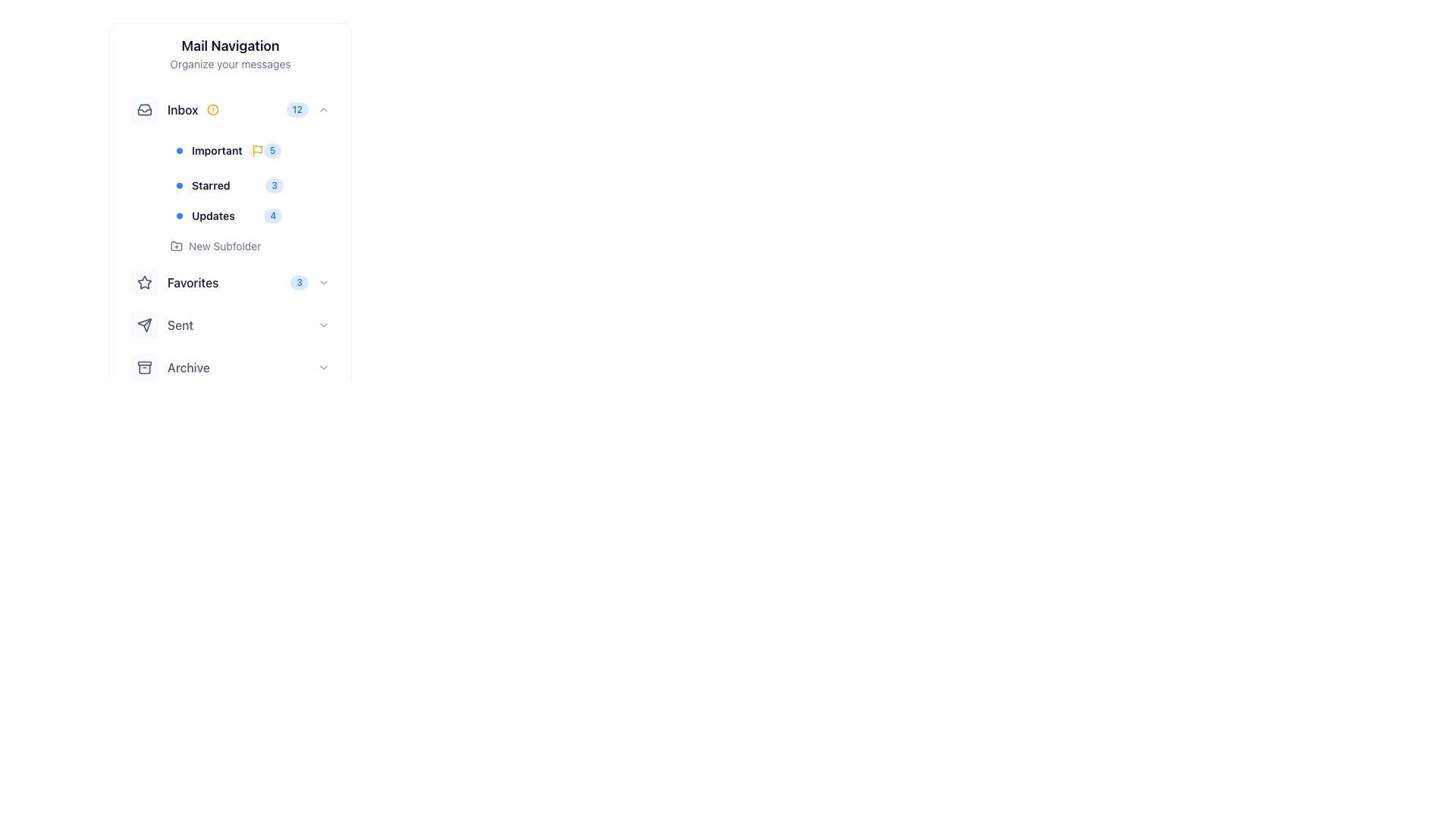  What do you see at coordinates (248, 216) in the screenshot?
I see `the Interactive list item labeled 'Updates' with a notification badge showing '4'` at bounding box center [248, 216].